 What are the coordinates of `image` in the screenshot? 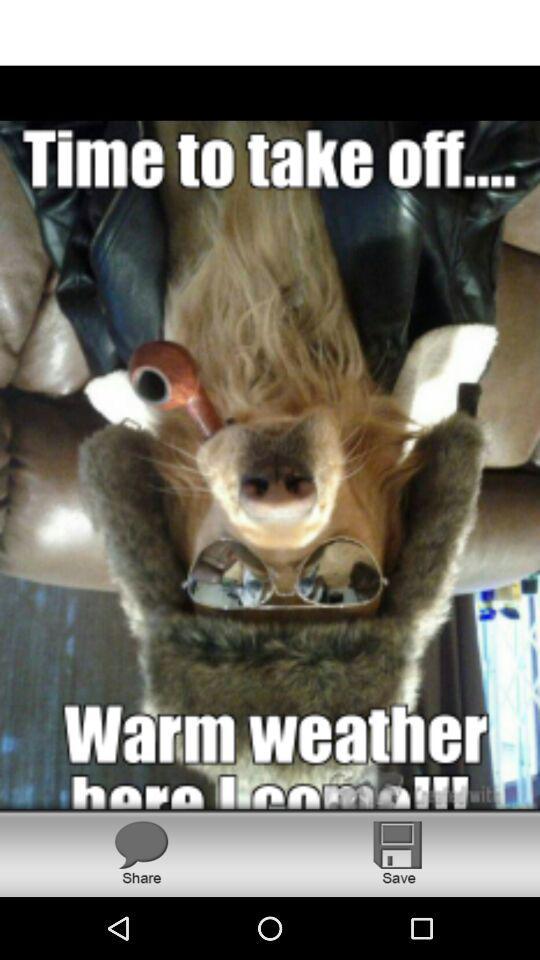 It's located at (398, 851).